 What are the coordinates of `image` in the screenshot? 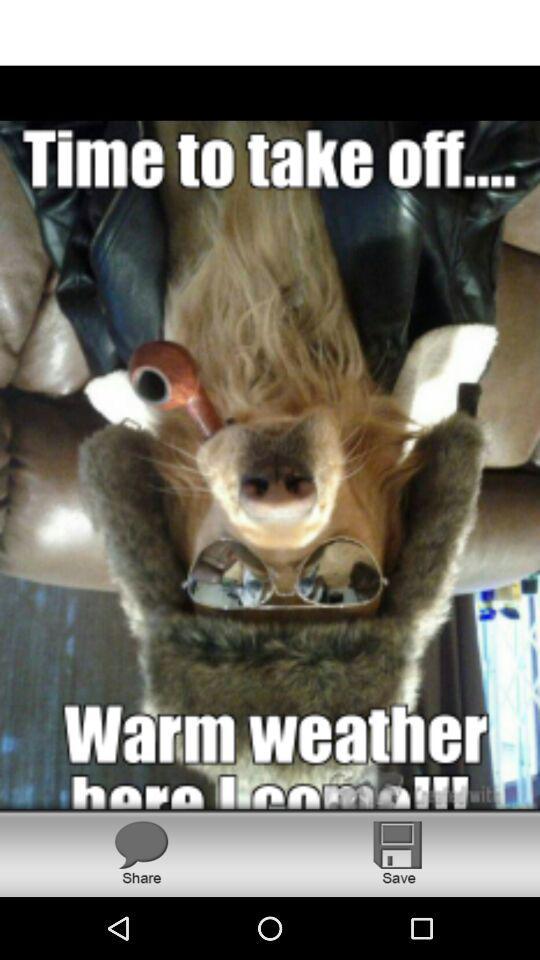 It's located at (398, 851).